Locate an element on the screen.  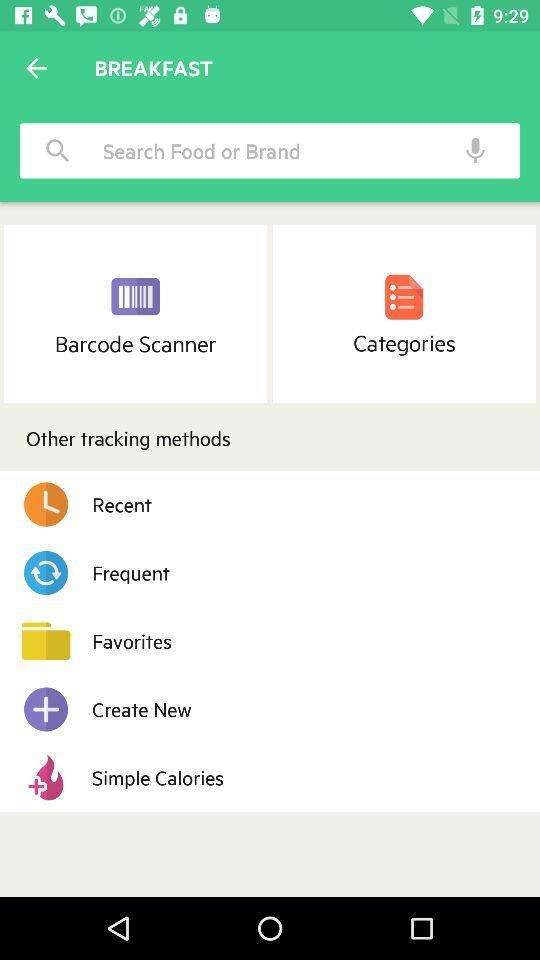
icon above the barcode scanner icon is located at coordinates (58, 149).